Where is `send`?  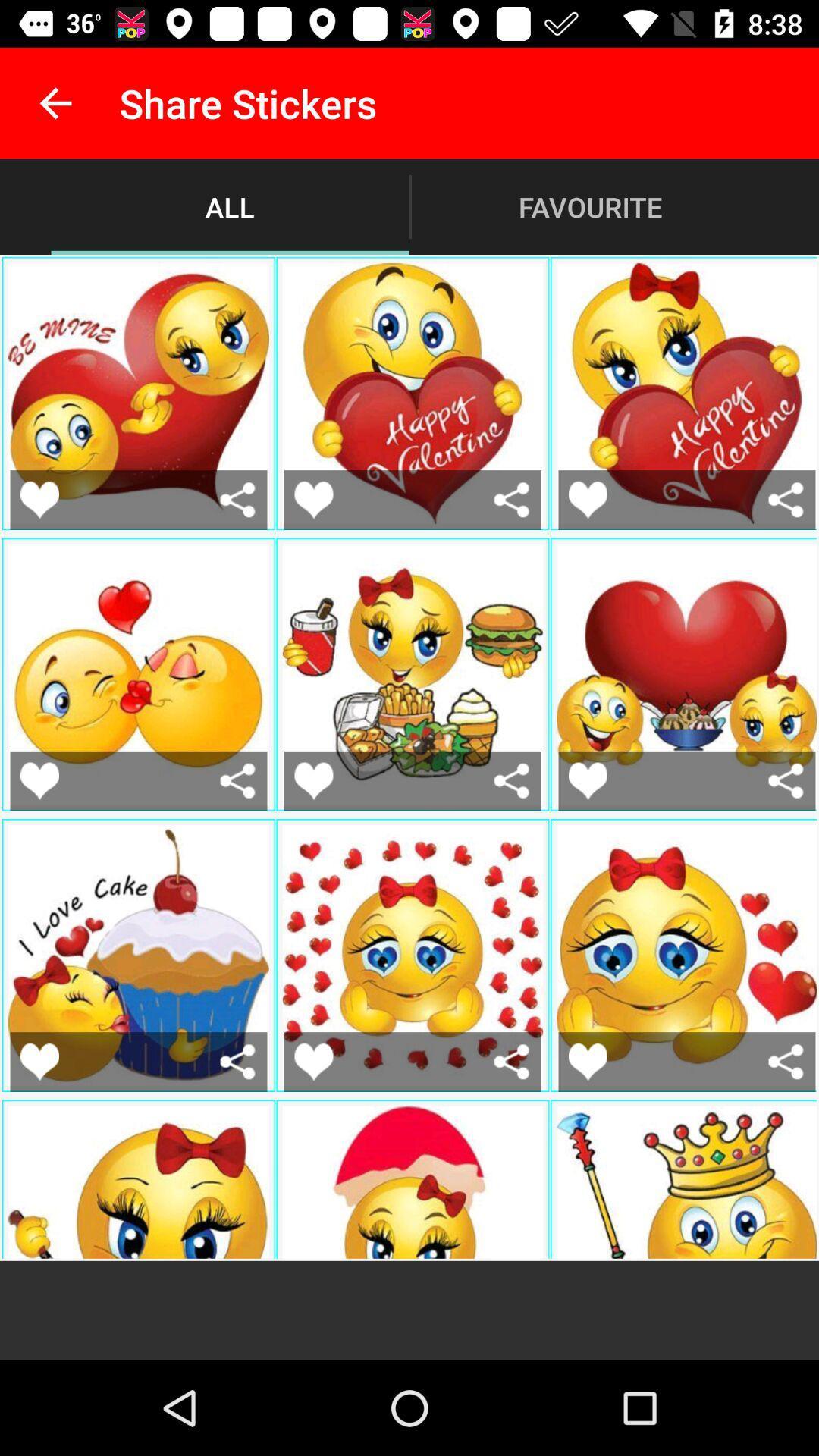
send is located at coordinates (512, 1061).